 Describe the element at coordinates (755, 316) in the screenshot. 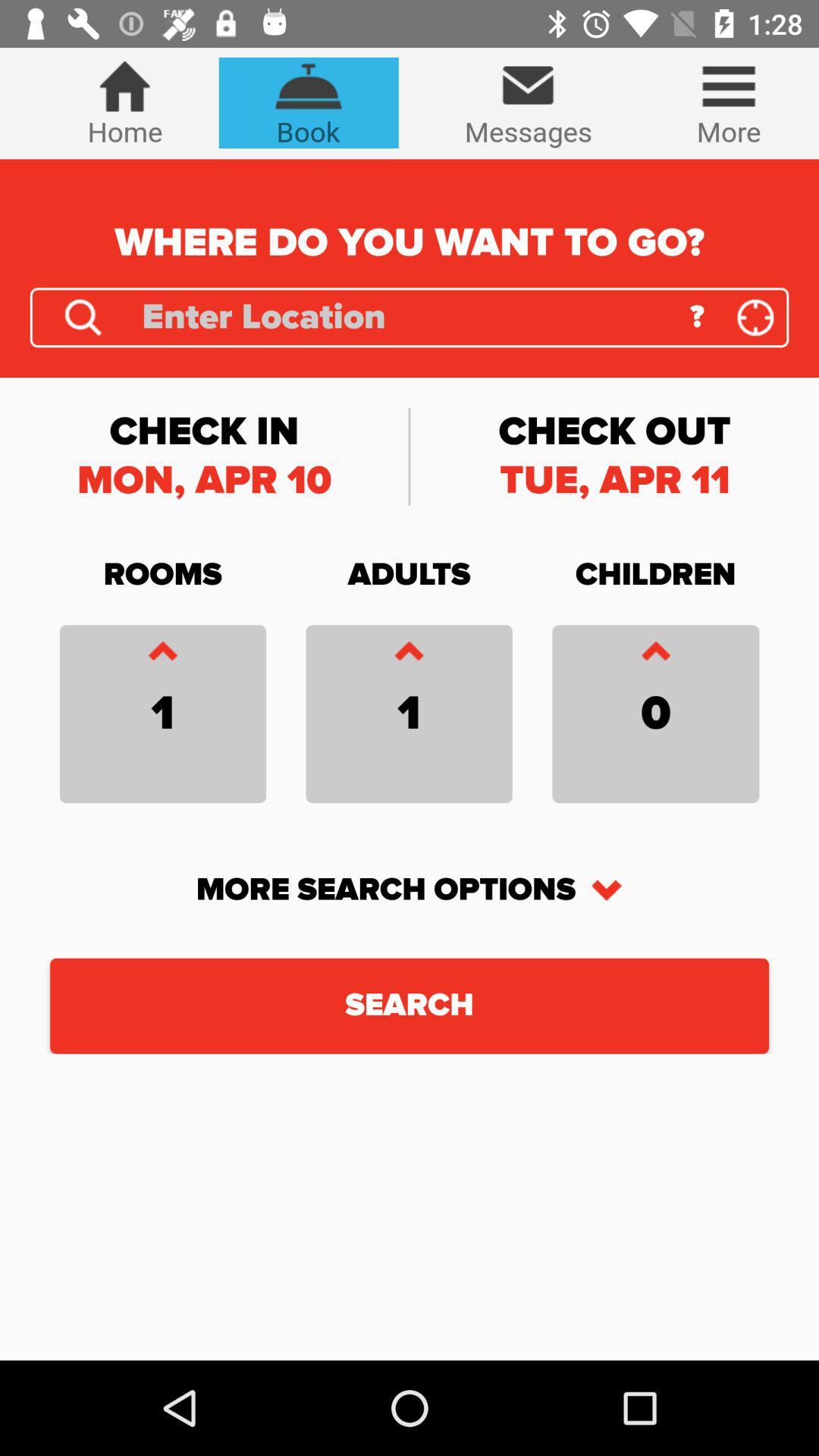

I see `put location` at that location.